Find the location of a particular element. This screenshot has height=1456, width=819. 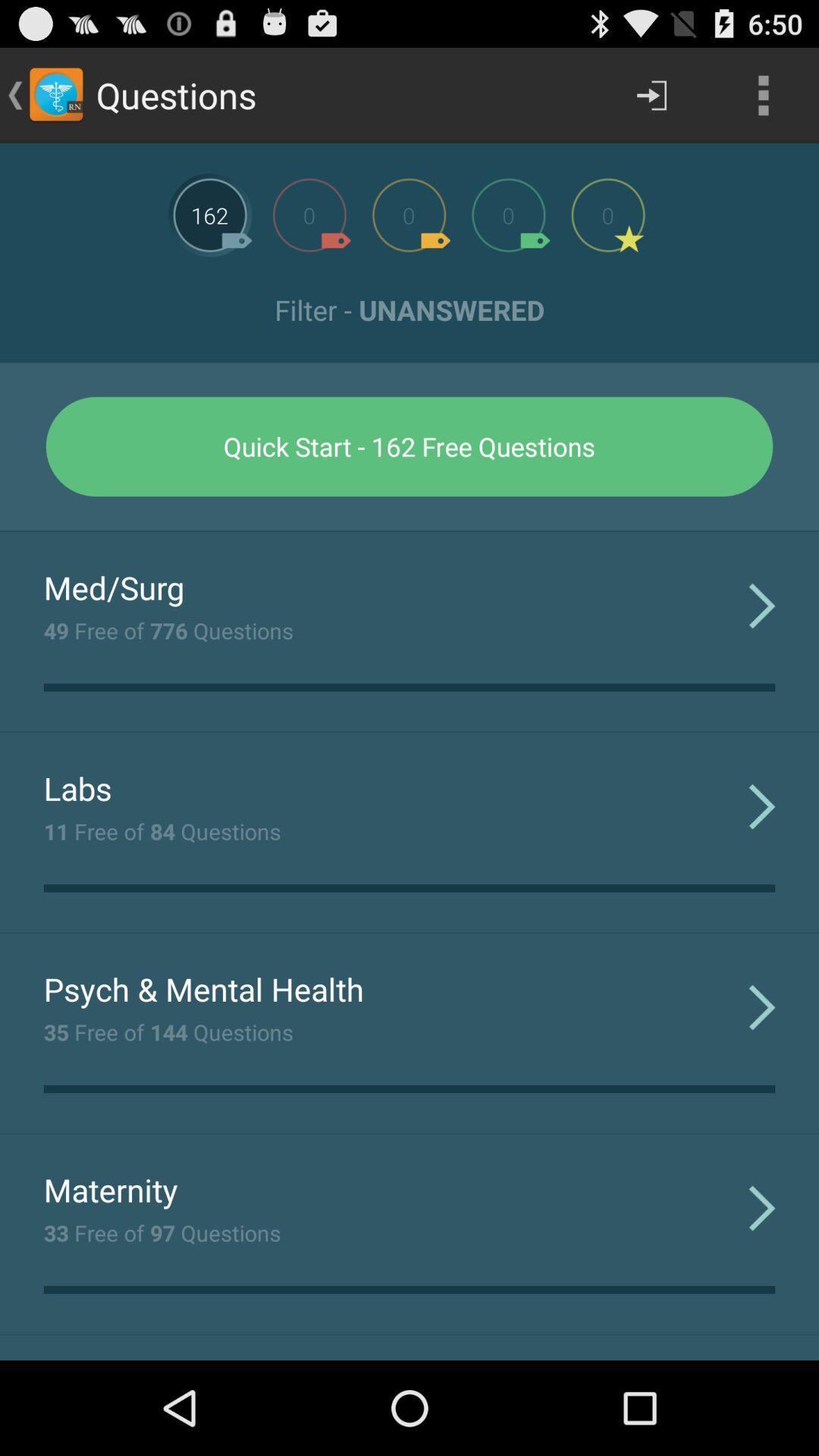

see favorited is located at coordinates (607, 214).